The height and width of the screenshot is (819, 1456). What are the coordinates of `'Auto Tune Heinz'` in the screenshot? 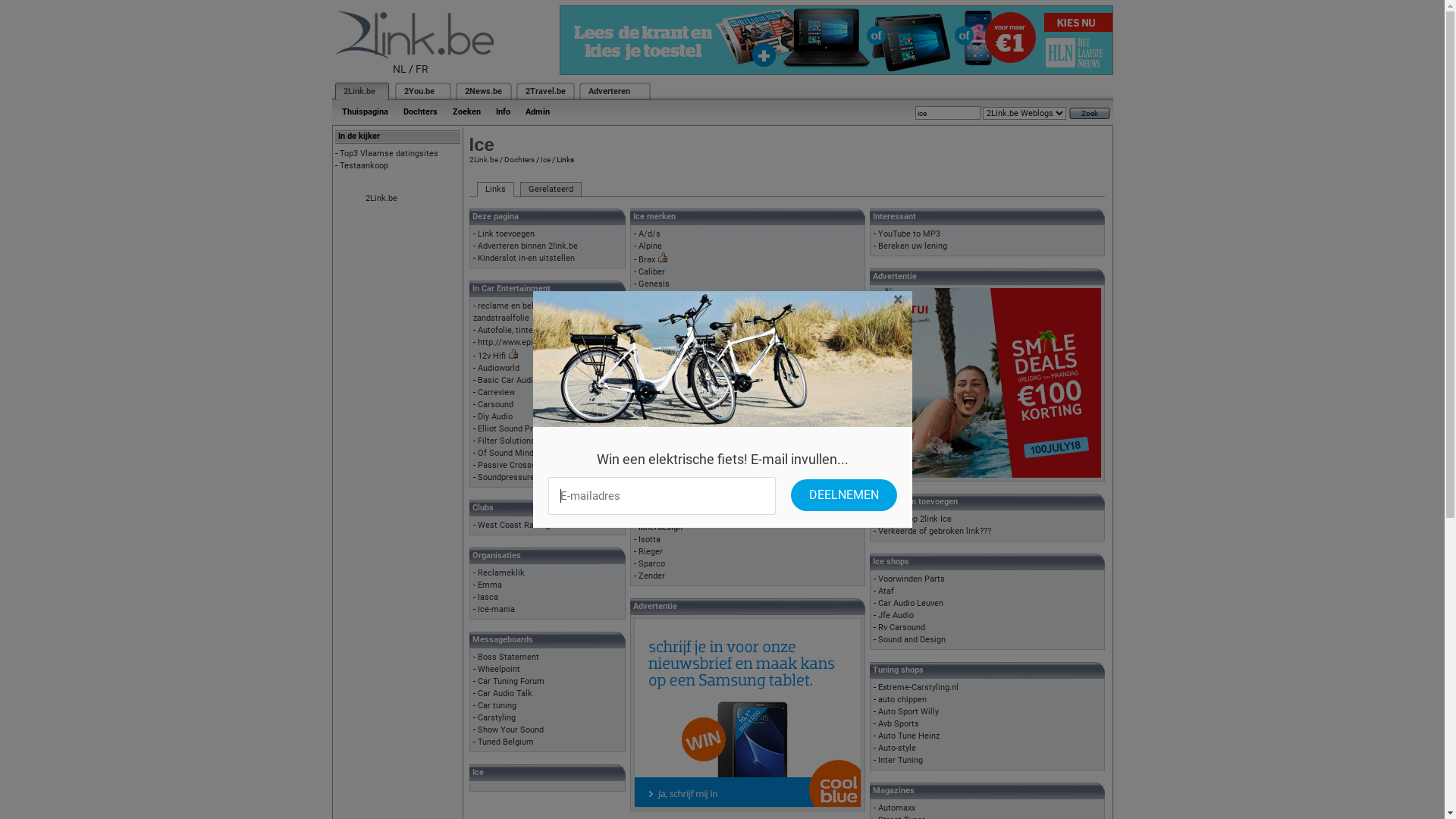 It's located at (908, 735).